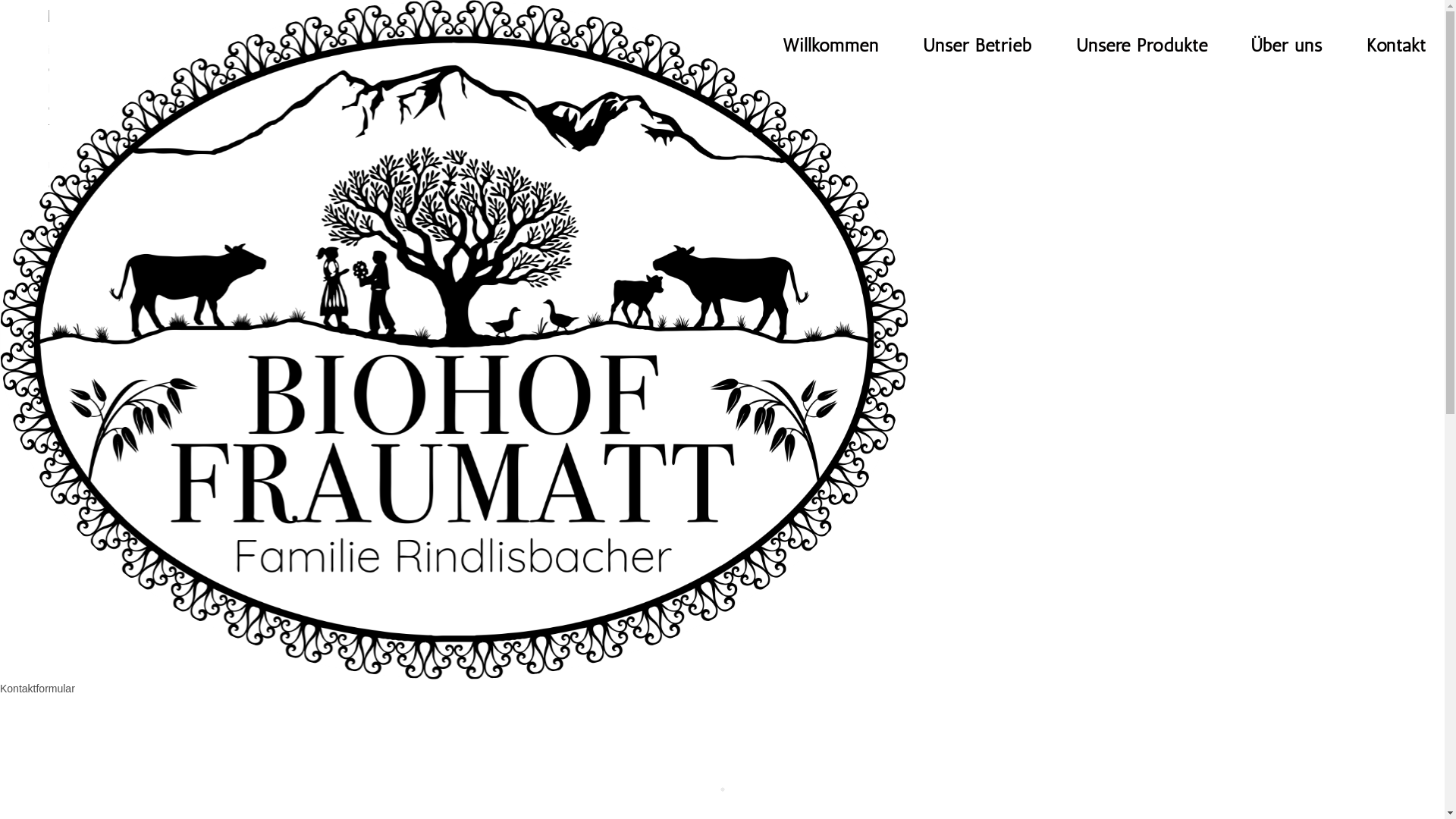 The width and height of the screenshot is (1456, 819). What do you see at coordinates (1395, 45) in the screenshot?
I see `'Kontakt'` at bounding box center [1395, 45].